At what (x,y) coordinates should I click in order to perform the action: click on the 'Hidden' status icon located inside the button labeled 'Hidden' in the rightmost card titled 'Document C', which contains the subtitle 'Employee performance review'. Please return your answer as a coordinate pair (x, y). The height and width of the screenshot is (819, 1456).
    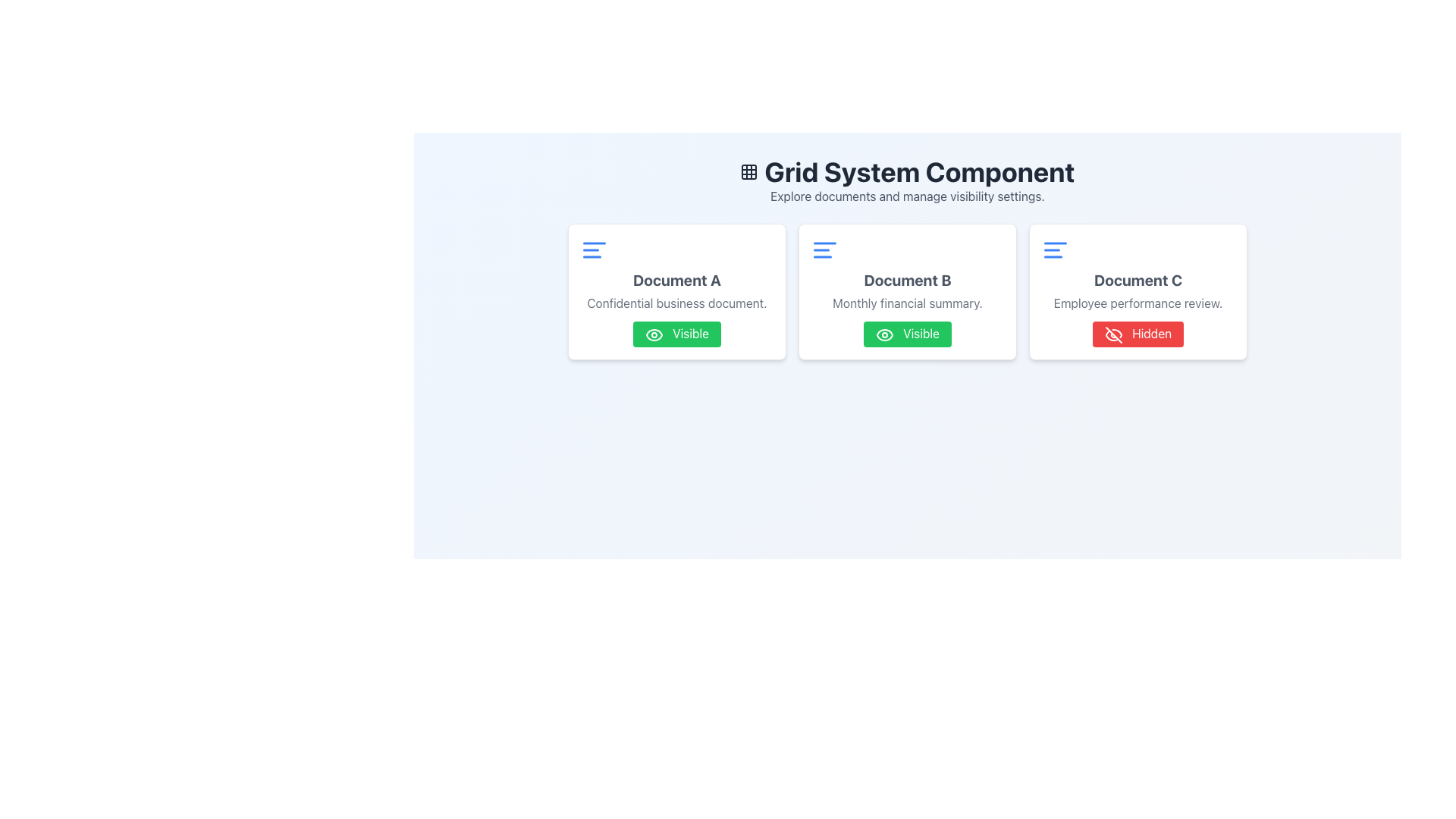
    Looking at the image, I should click on (1113, 334).